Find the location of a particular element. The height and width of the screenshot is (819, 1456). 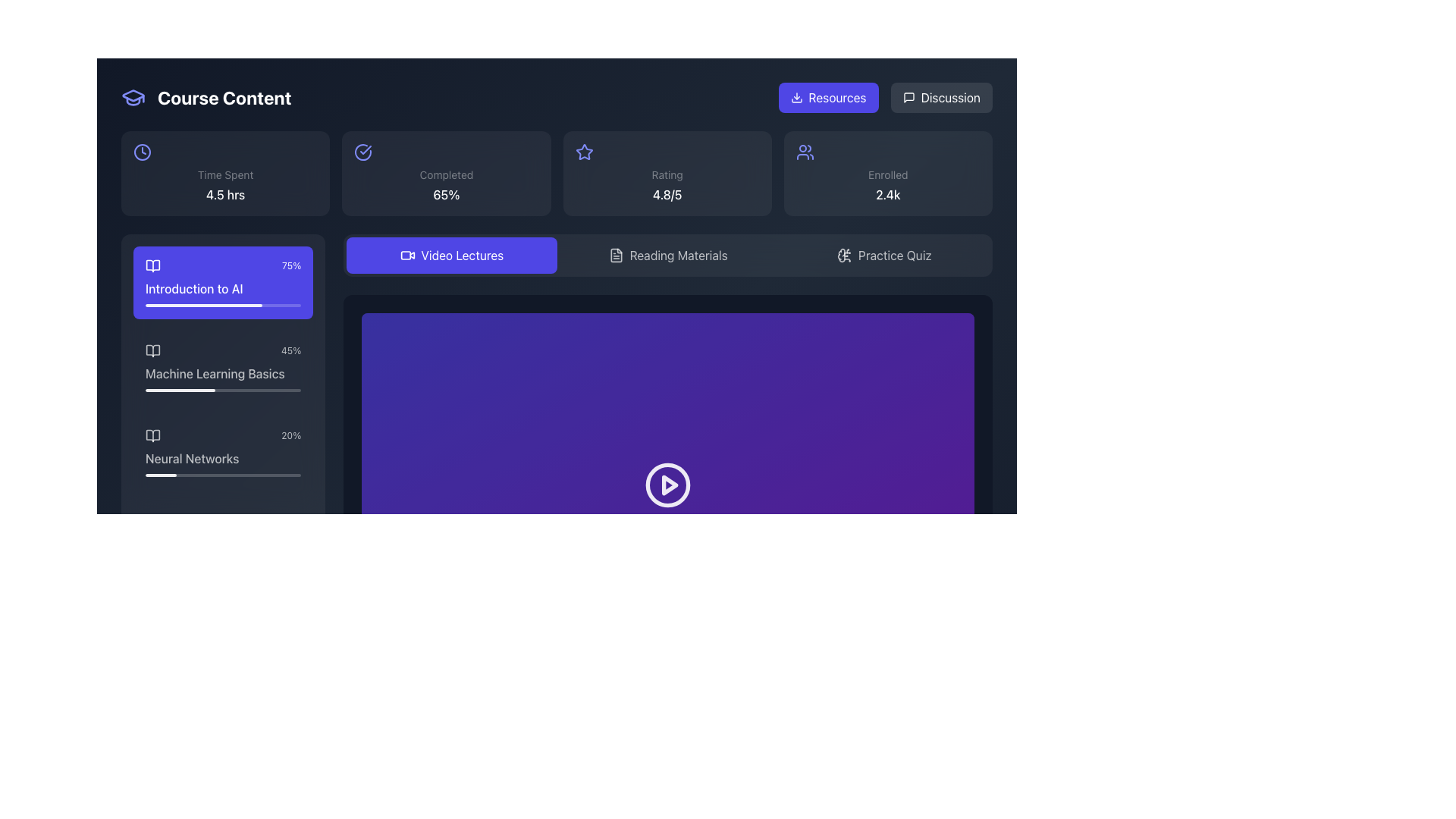

the 'Reading Materials' button, which features a document icon and light text on a dark background is located at coordinates (667, 254).